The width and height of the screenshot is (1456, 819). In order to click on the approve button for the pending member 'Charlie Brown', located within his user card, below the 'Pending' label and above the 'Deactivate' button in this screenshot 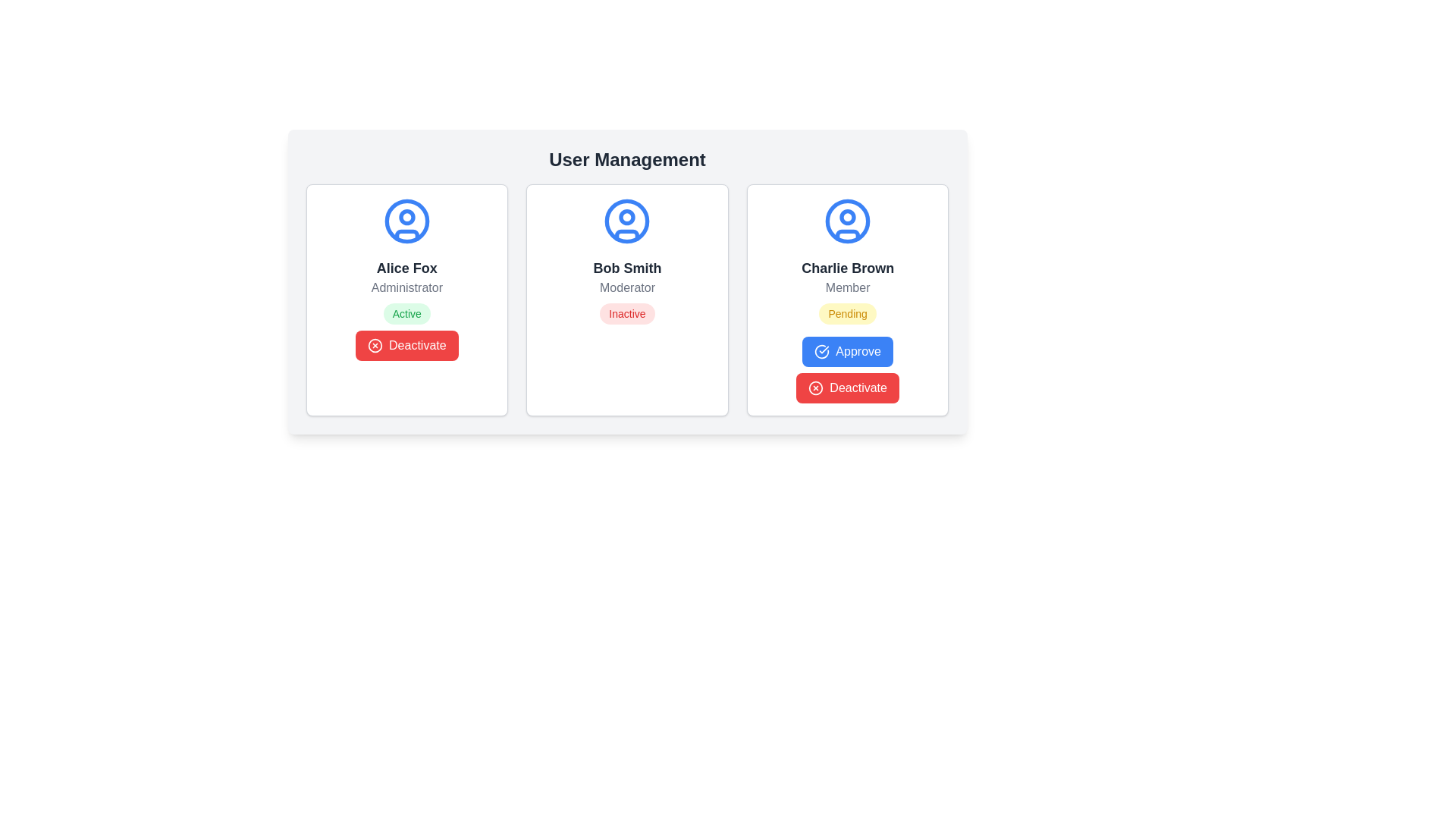, I will do `click(847, 351)`.